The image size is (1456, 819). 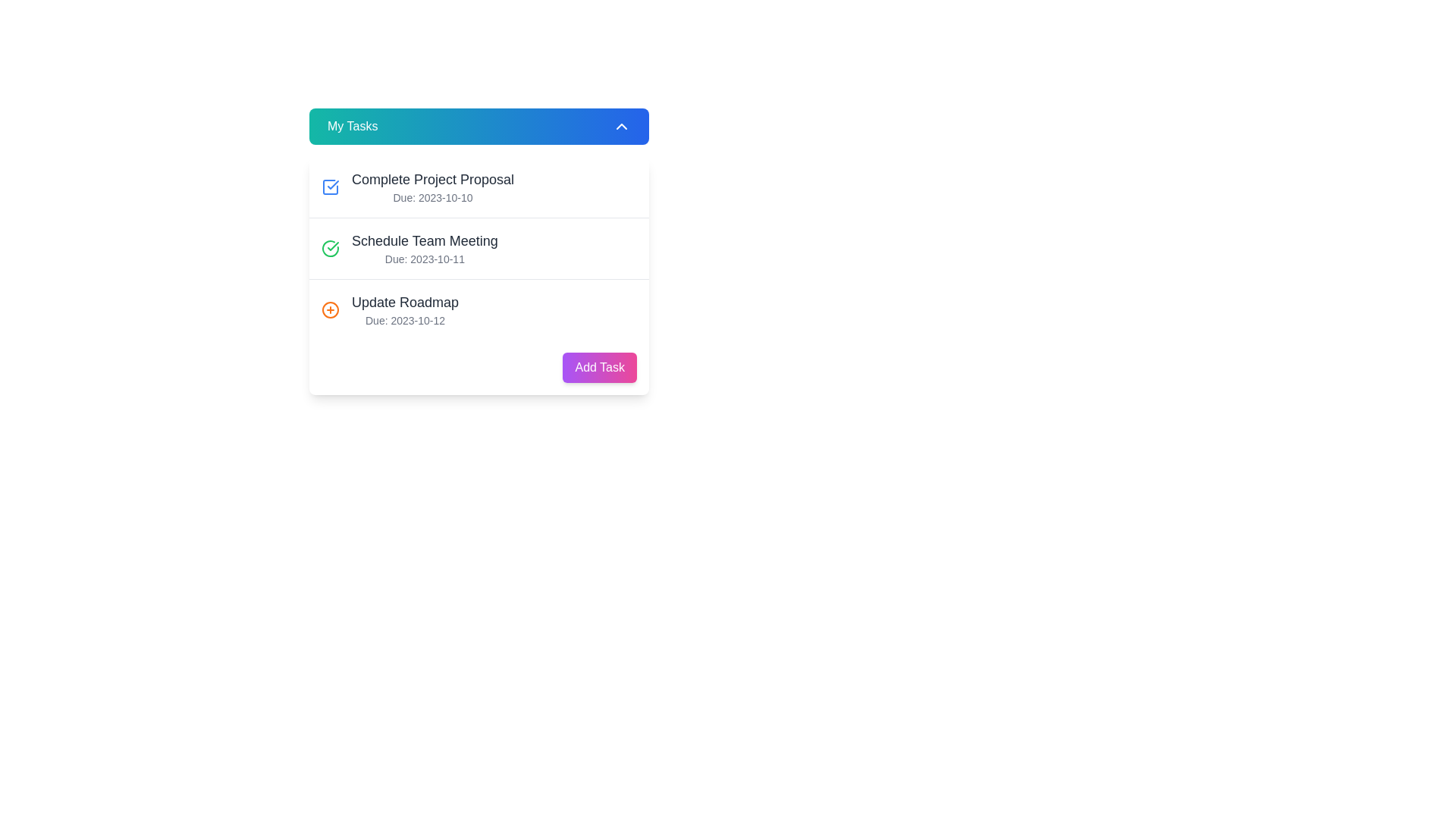 I want to click on the arrow-shaped toggle icon located at the top-right corner of the 'My Tasks' header, so click(x=622, y=125).